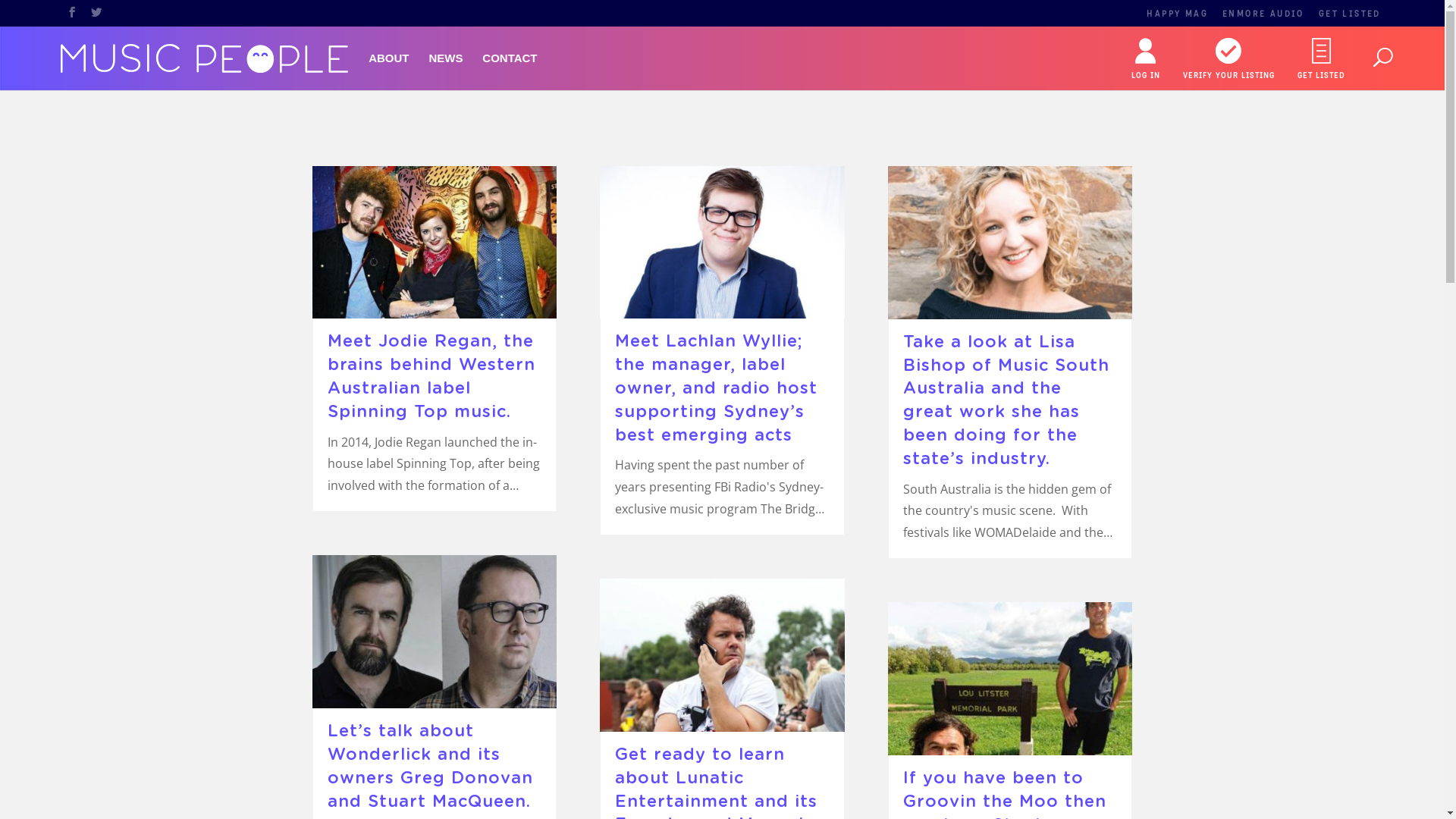 The image size is (1456, 819). Describe the element at coordinates (1350, 14) in the screenshot. I see `'GET LISTED'` at that location.